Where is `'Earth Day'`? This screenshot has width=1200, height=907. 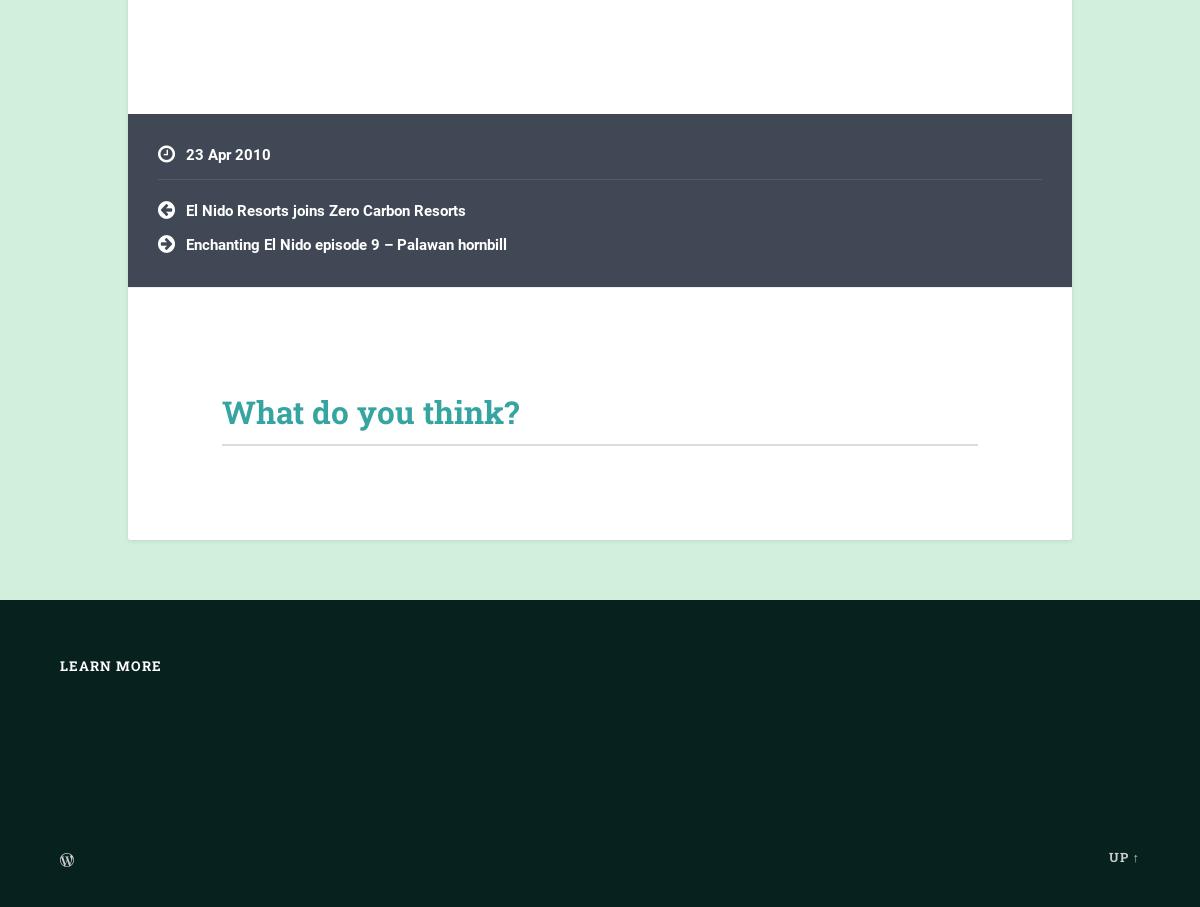
'Earth Day' is located at coordinates (202, 198).